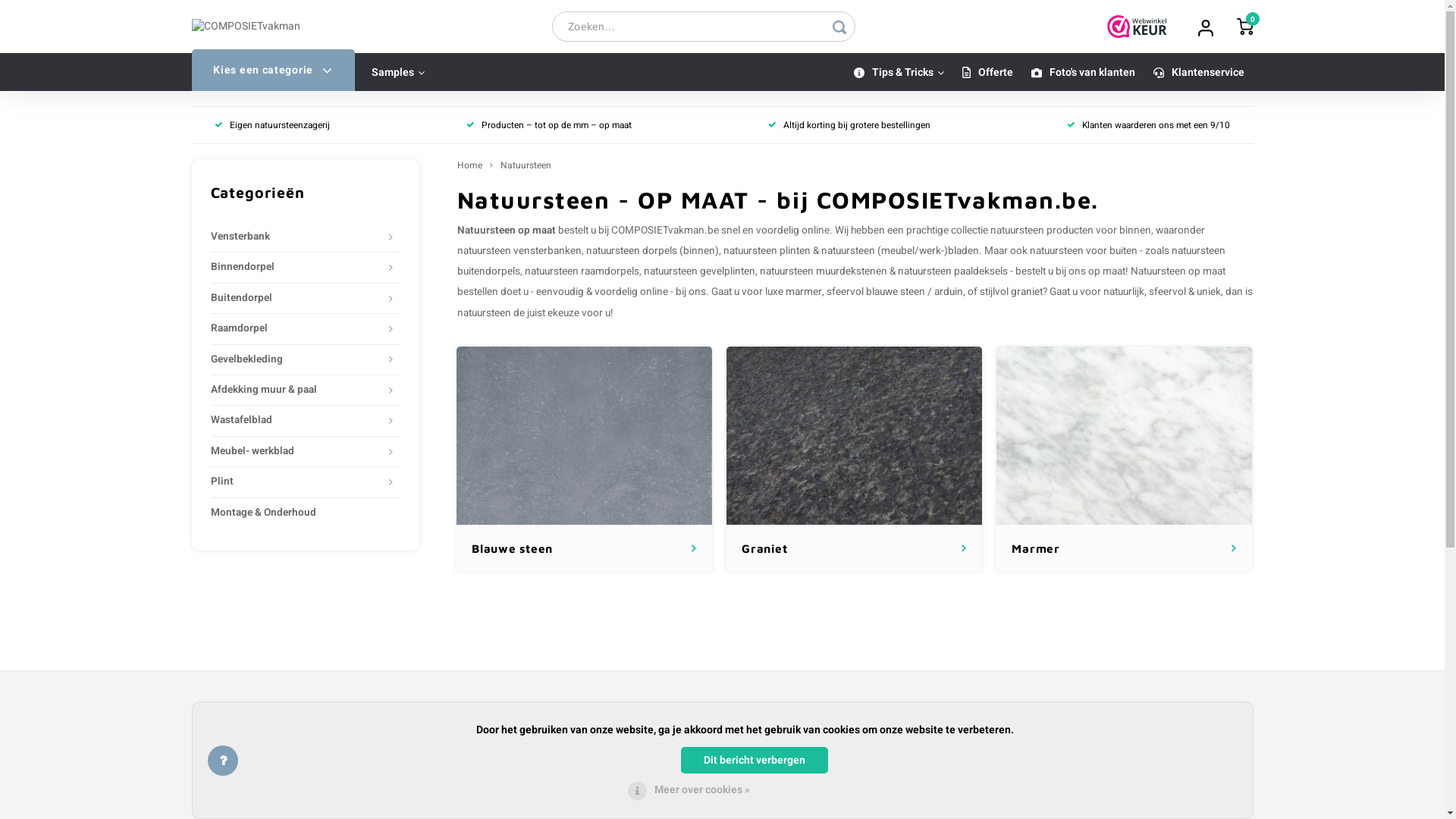 The height and width of the screenshot is (819, 1456). Describe the element at coordinates (296, 266) in the screenshot. I see `'Binnendorpel'` at that location.